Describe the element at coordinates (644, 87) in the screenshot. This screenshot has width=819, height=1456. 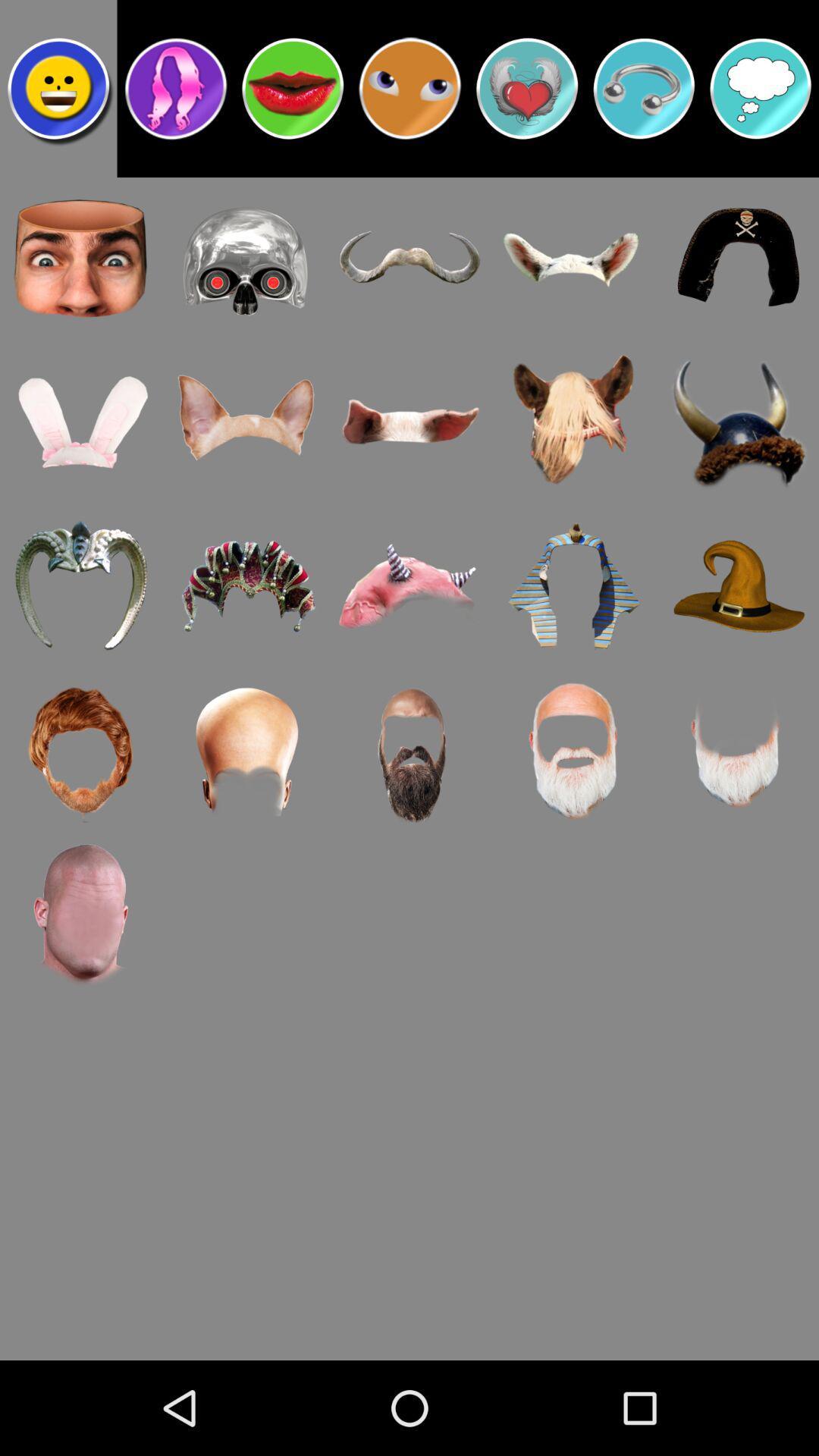
I see `a piercing` at that location.